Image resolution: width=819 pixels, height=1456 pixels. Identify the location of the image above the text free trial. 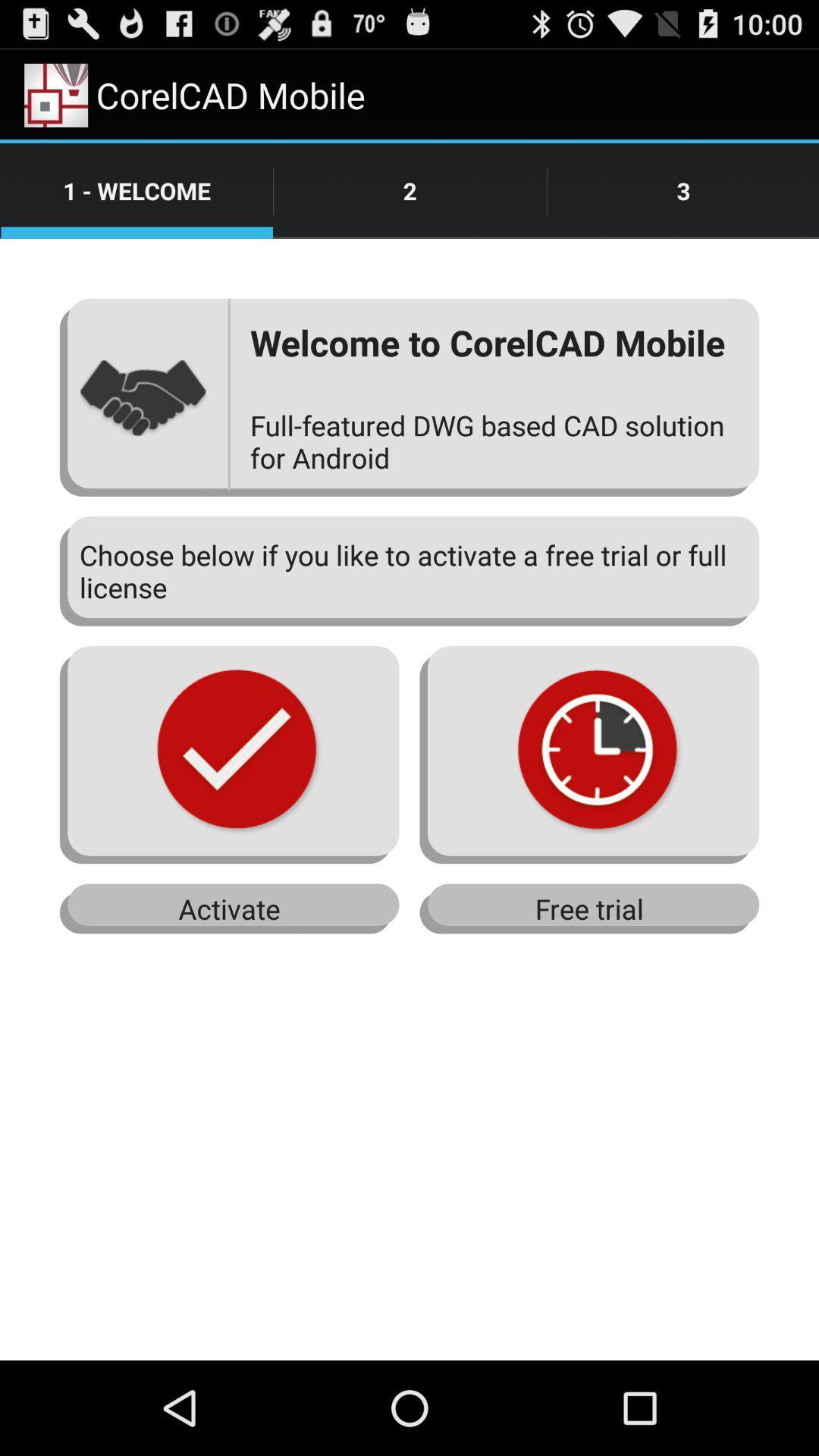
(588, 755).